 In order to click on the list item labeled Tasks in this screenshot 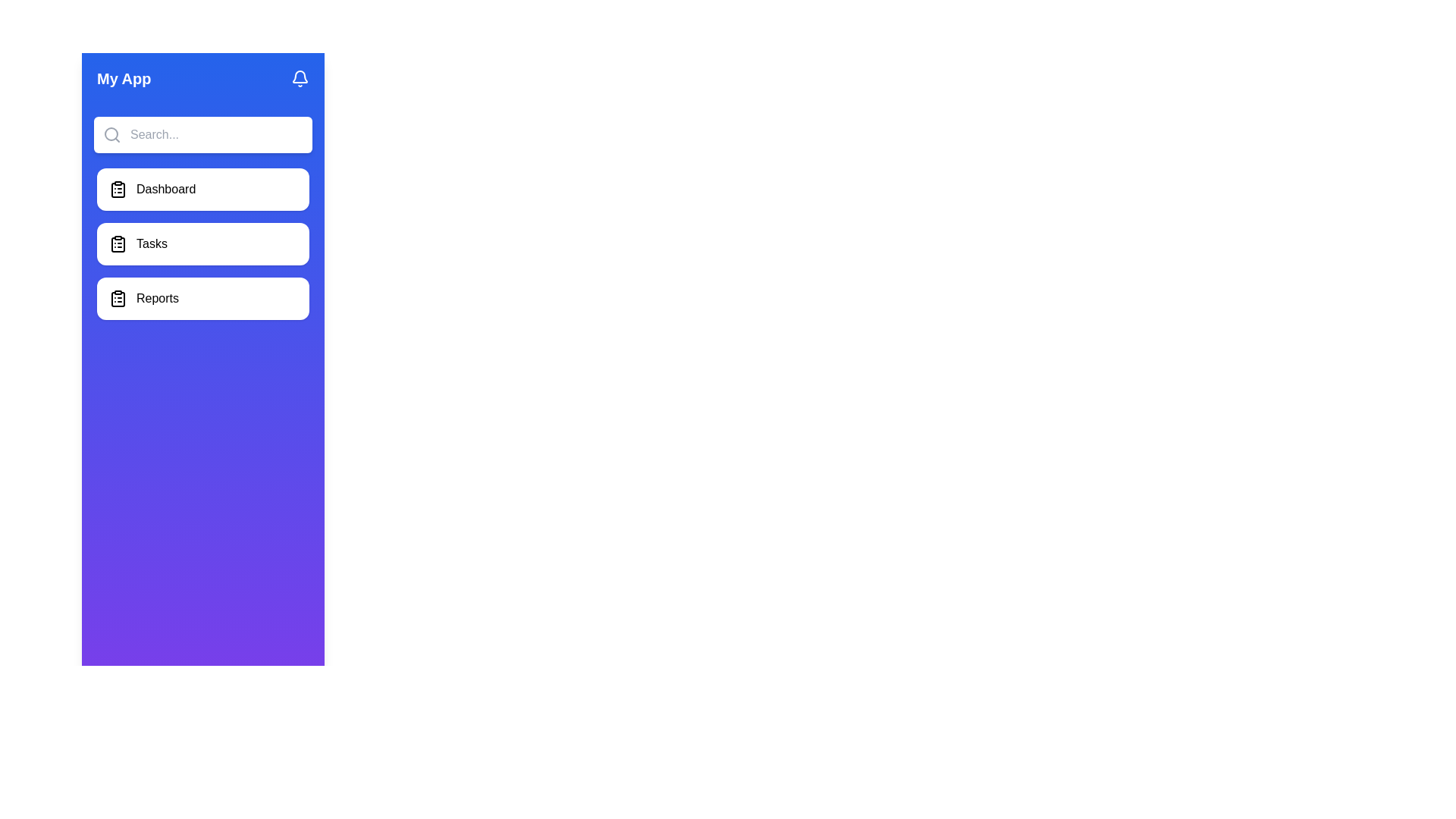, I will do `click(202, 243)`.